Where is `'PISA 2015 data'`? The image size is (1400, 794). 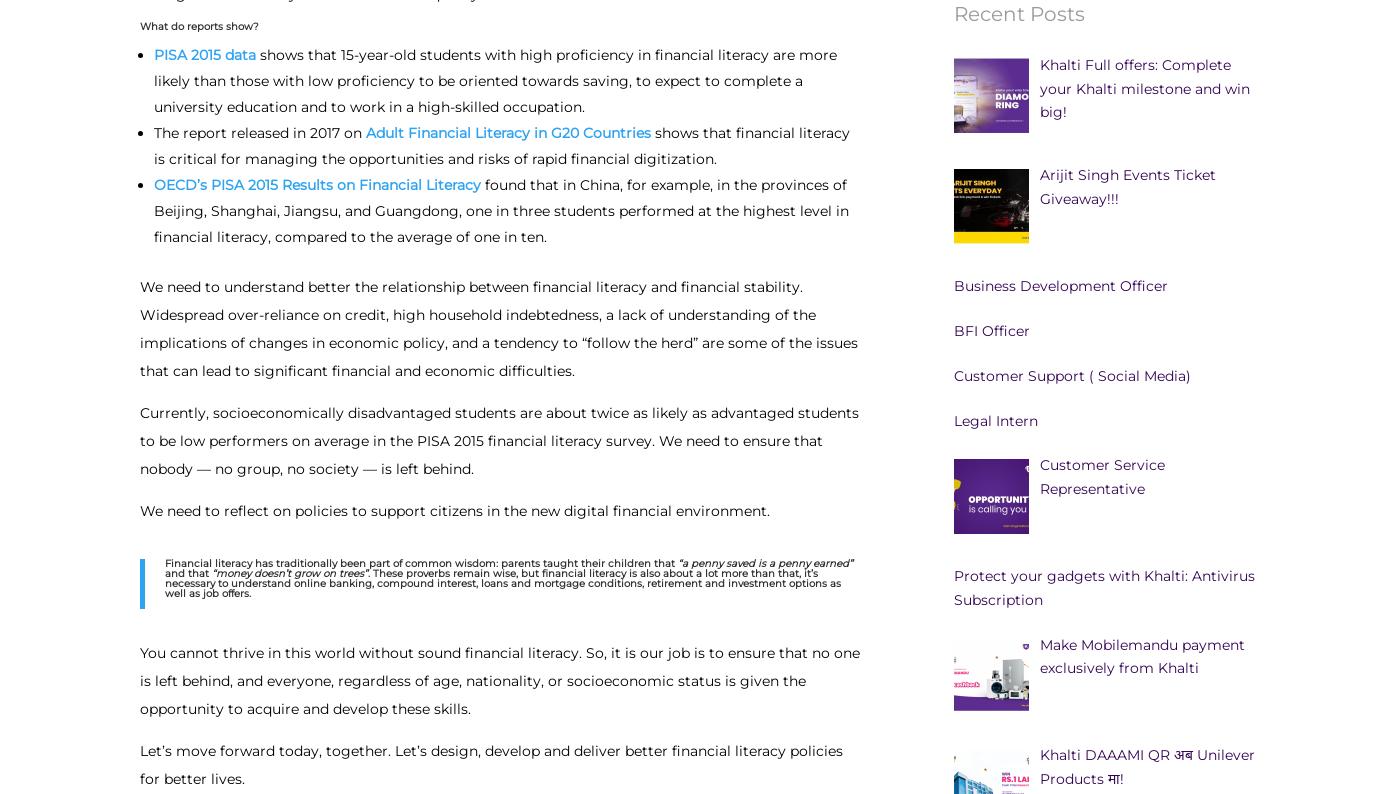
'PISA 2015 data' is located at coordinates (204, 53).